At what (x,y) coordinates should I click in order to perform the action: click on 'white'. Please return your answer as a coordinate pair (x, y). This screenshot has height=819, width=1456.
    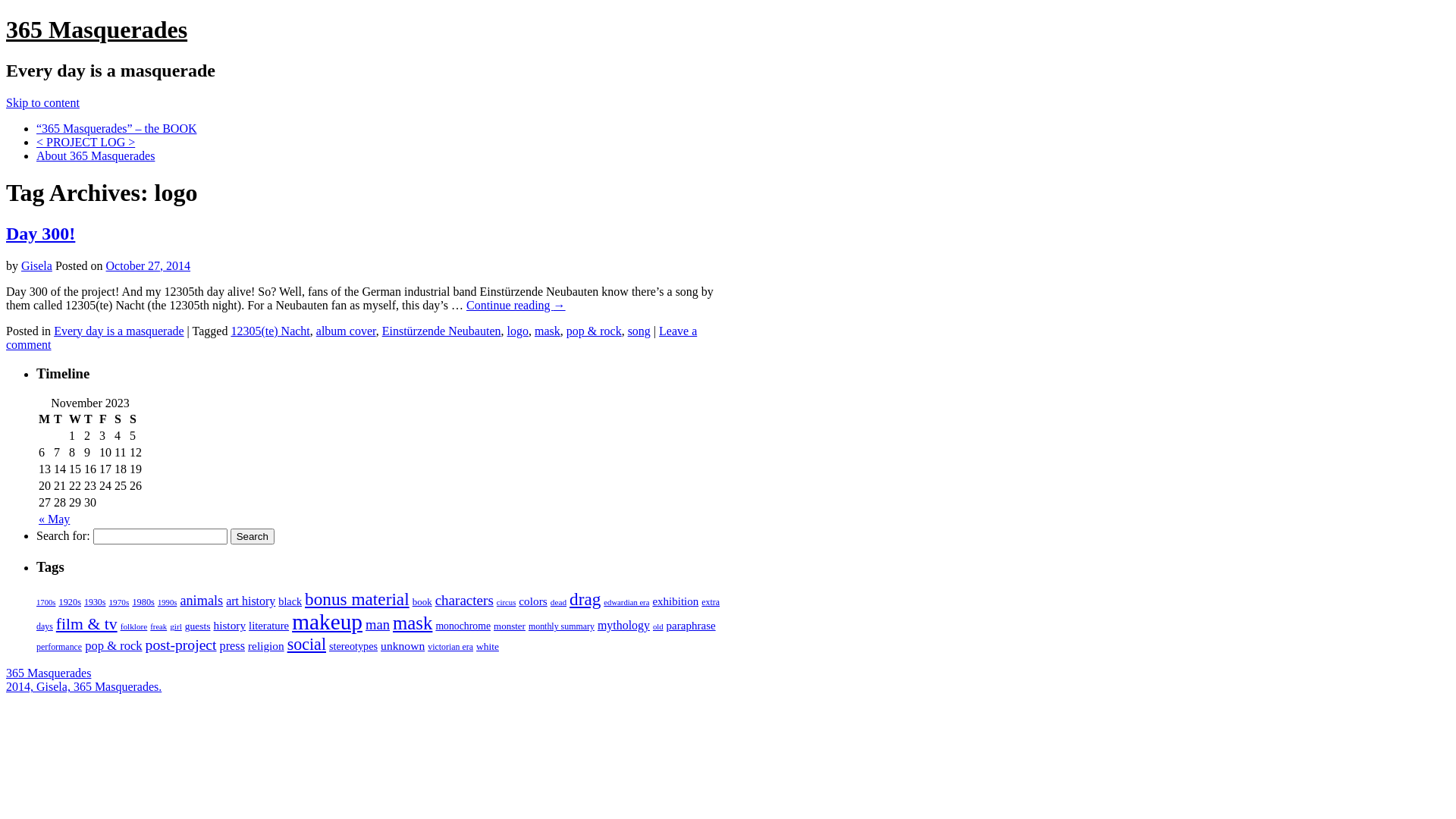
    Looking at the image, I should click on (488, 646).